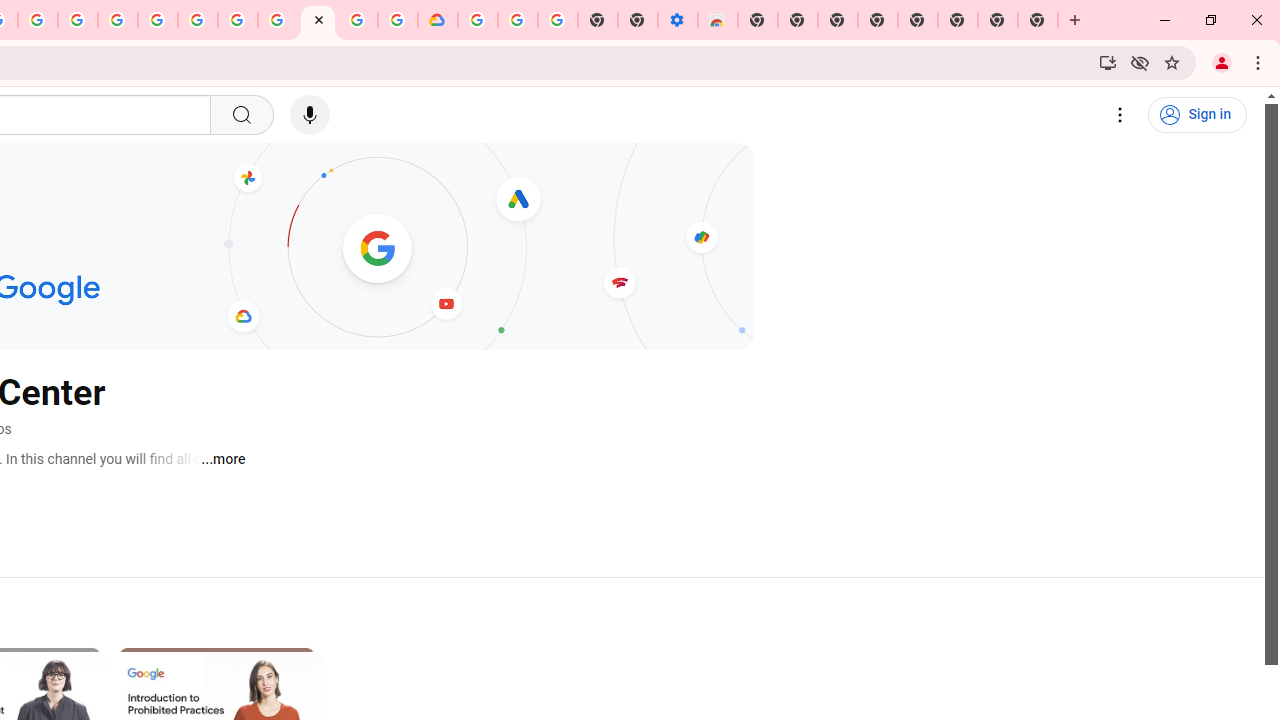 Image resolution: width=1280 pixels, height=720 pixels. What do you see at coordinates (37, 20) in the screenshot?
I see `'Create your Google Account'` at bounding box center [37, 20].